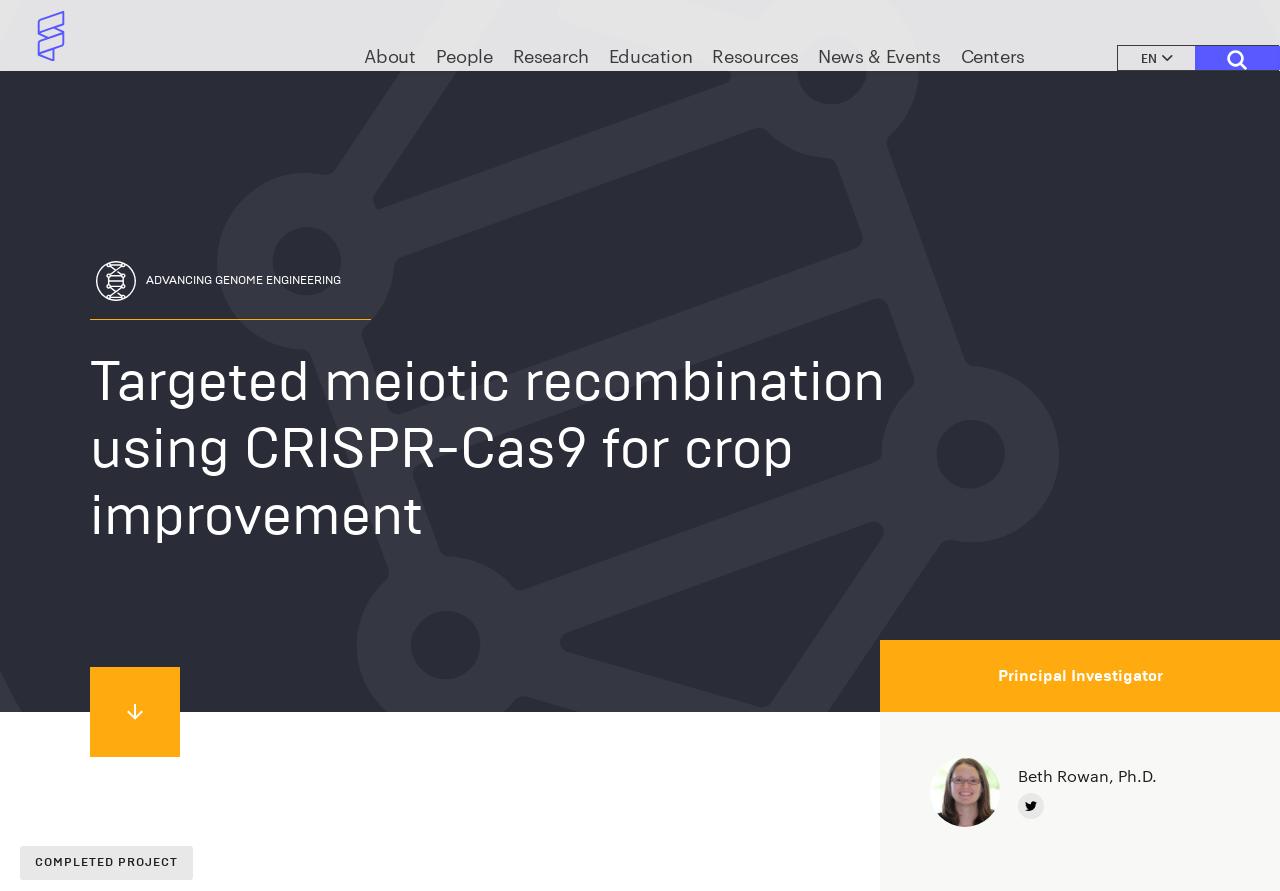  Describe the element at coordinates (649, 81) in the screenshot. I see `'Education'` at that location.